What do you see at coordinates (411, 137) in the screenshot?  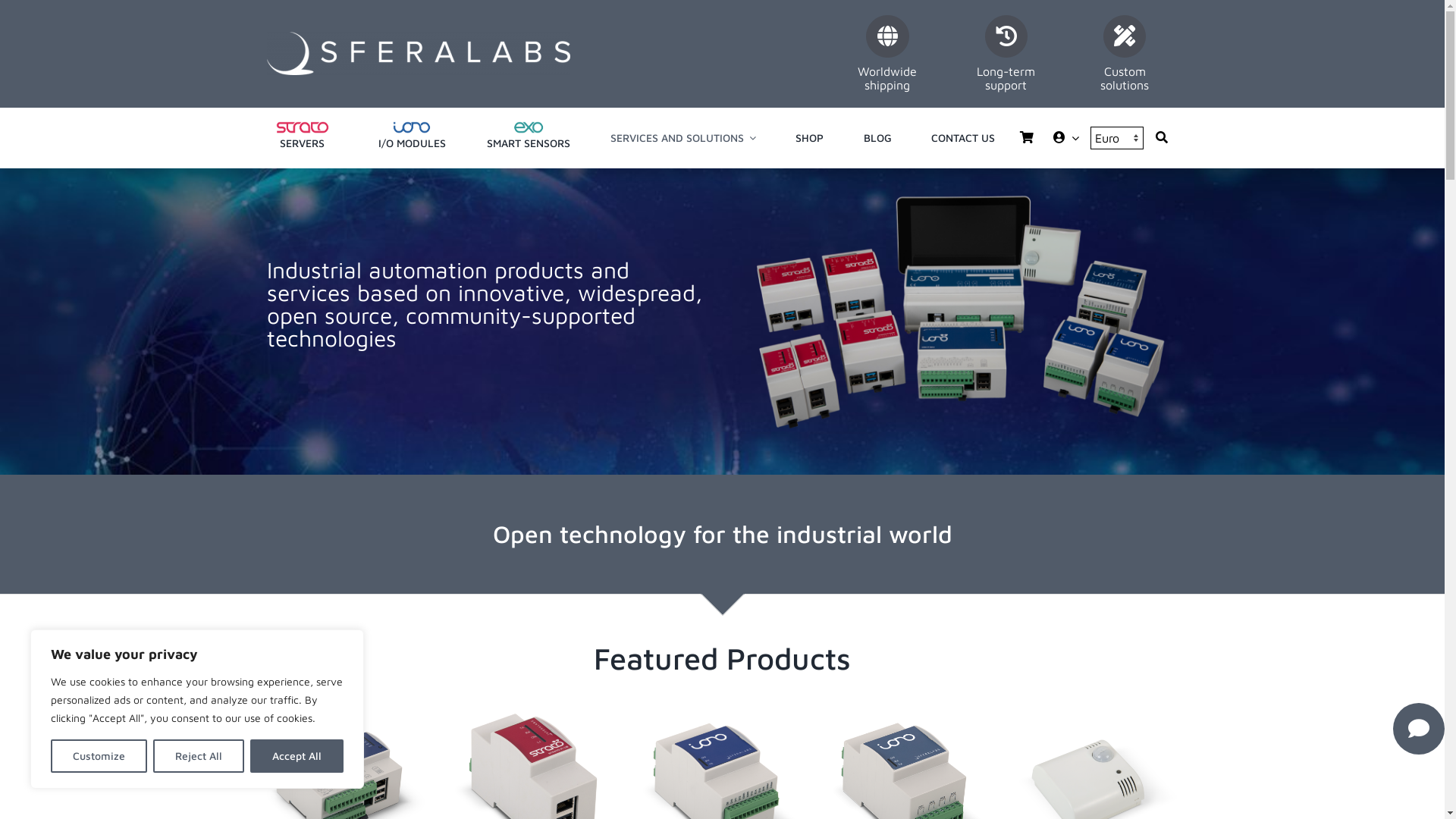 I see `'I/O MODULES'` at bounding box center [411, 137].